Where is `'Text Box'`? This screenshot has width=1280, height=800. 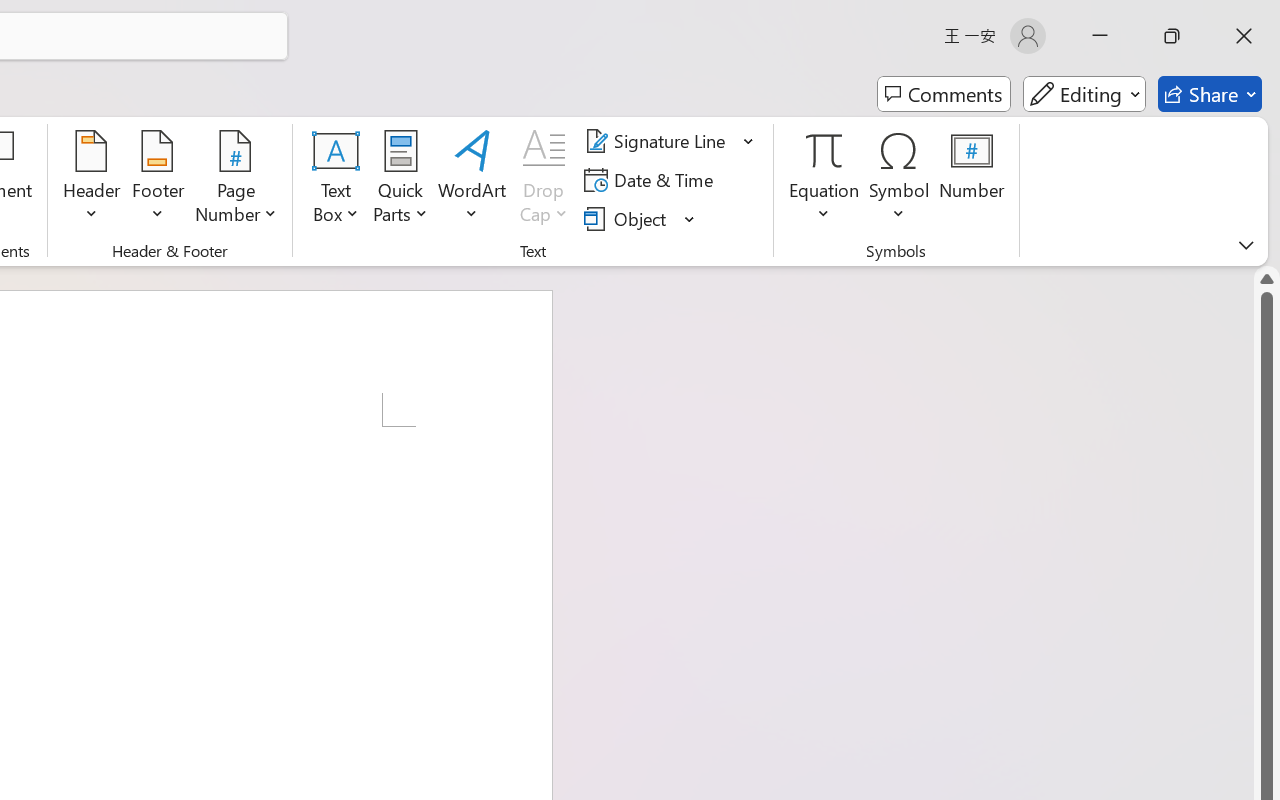
'Text Box' is located at coordinates (336, 179).